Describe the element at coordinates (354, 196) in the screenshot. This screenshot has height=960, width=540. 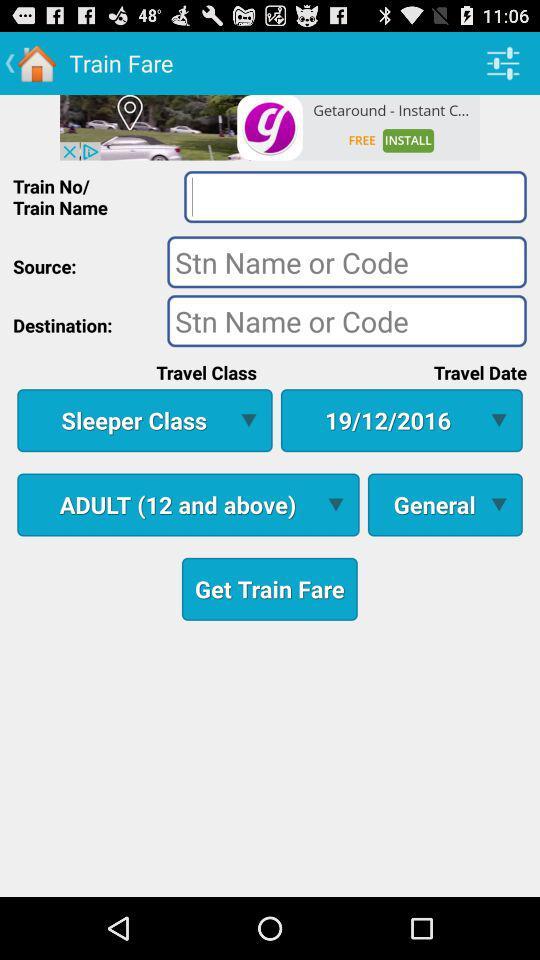
I see `search option` at that location.